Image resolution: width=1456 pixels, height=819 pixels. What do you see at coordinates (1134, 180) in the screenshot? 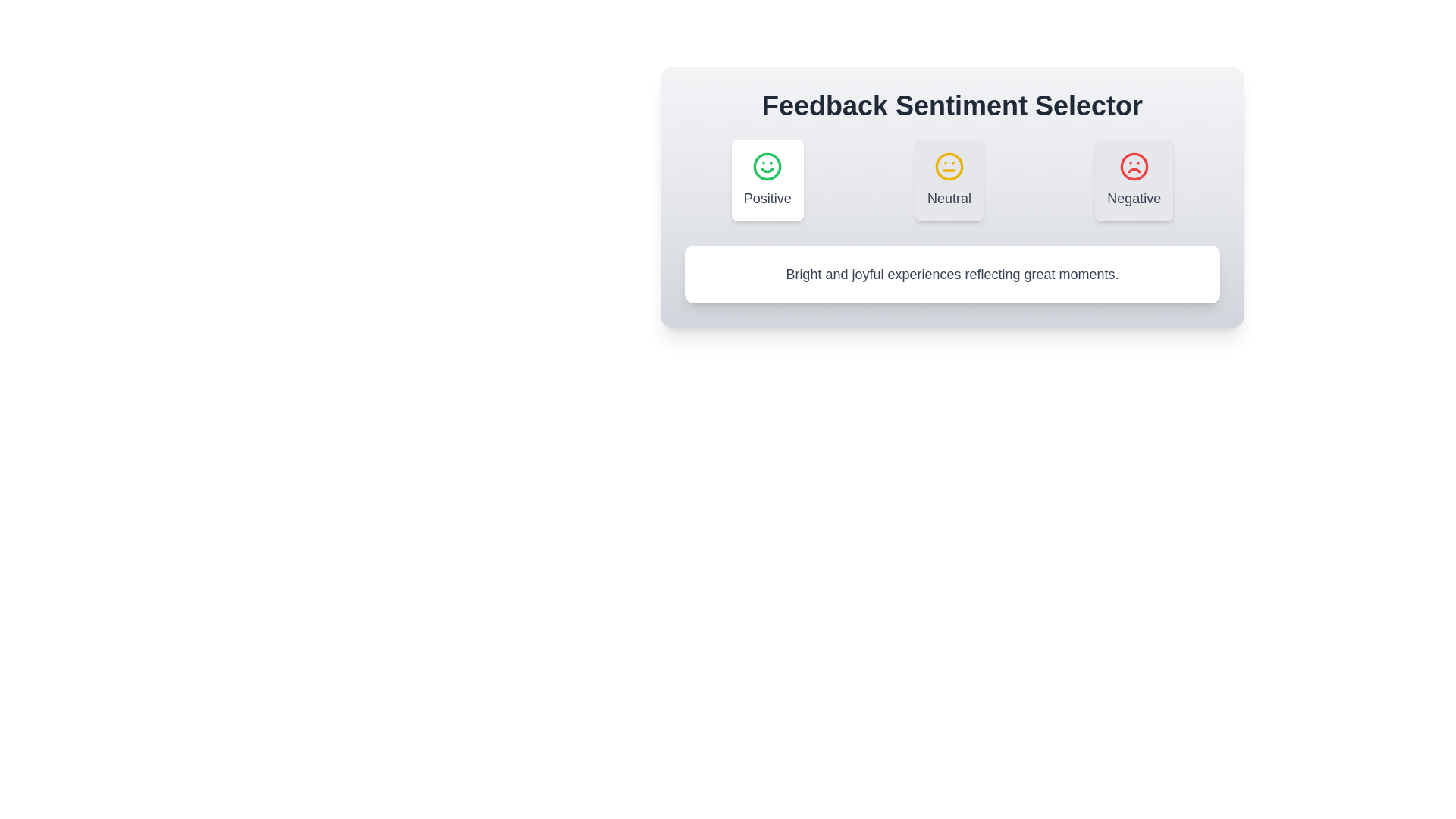
I see `the Negative tab` at bounding box center [1134, 180].